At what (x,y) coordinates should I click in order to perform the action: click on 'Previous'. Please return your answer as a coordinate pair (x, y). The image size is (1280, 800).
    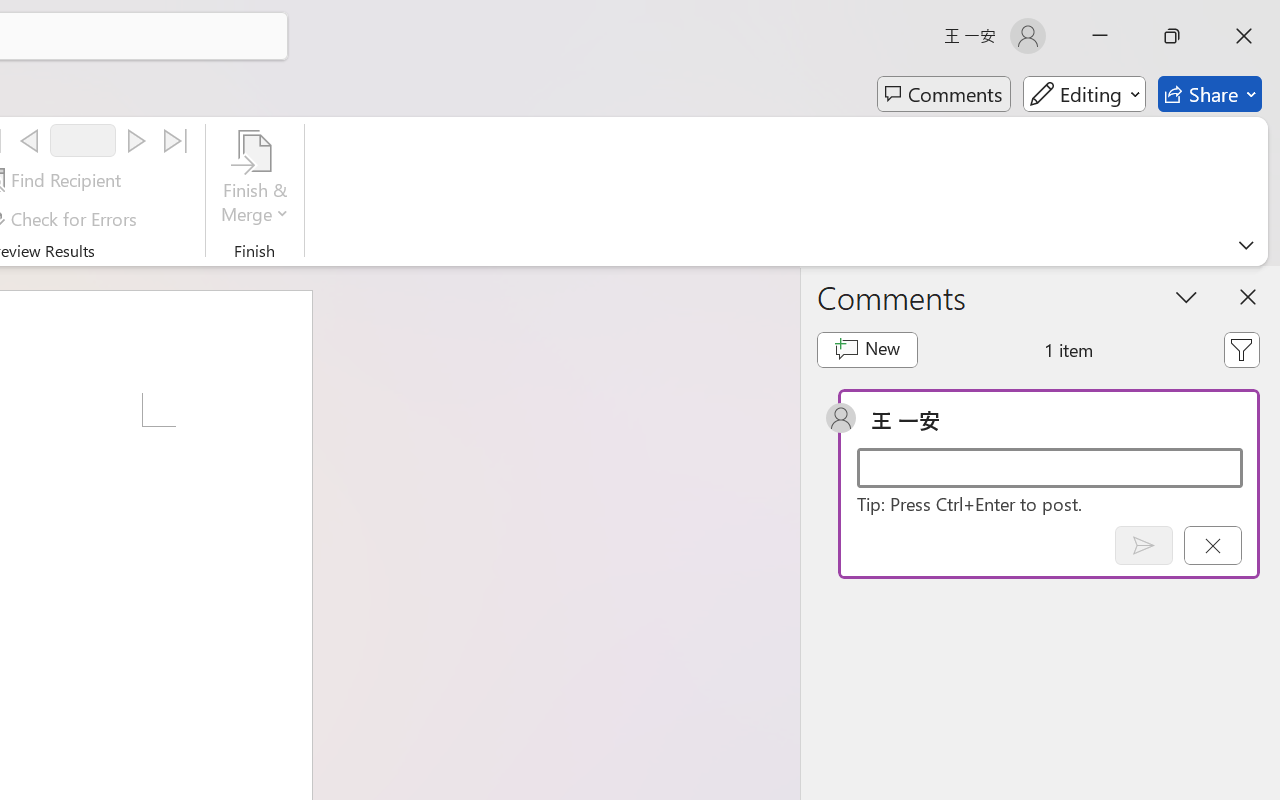
    Looking at the image, I should click on (29, 141).